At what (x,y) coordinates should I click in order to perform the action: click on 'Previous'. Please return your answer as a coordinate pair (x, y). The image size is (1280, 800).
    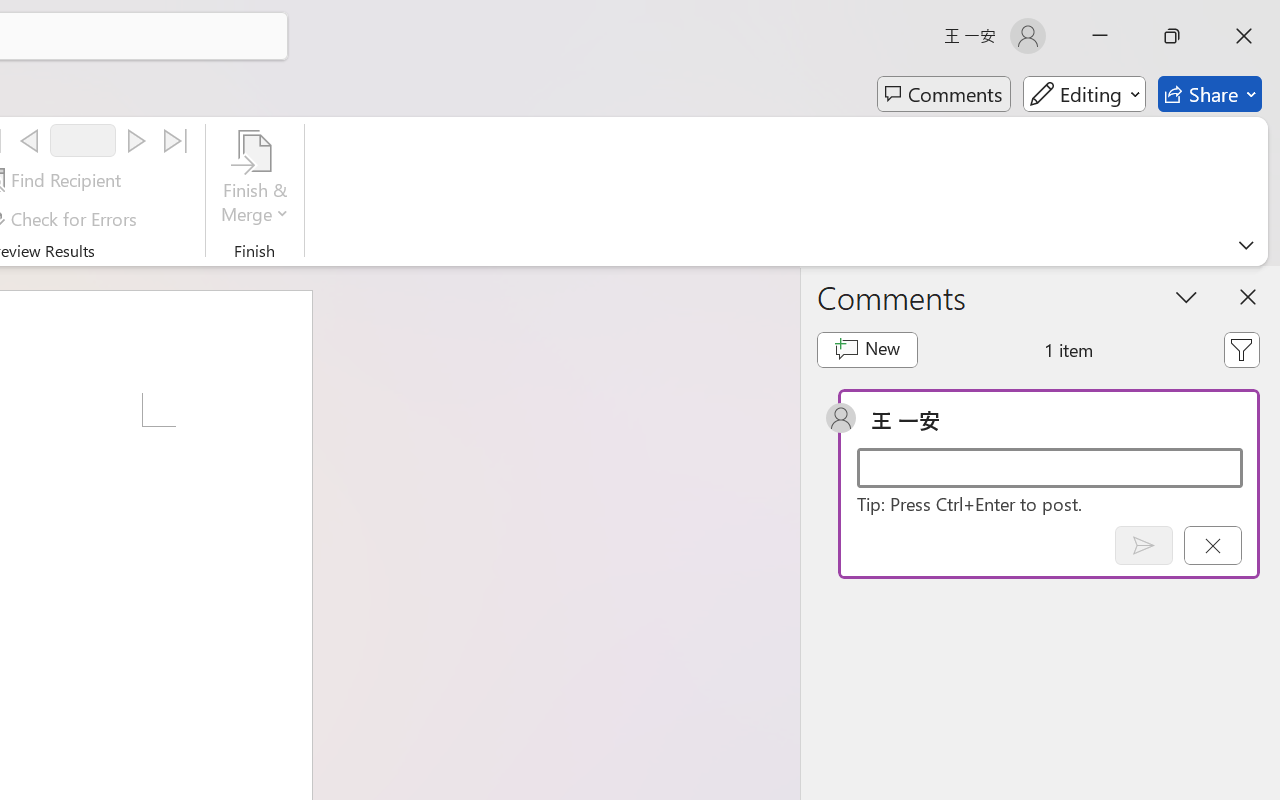
    Looking at the image, I should click on (29, 141).